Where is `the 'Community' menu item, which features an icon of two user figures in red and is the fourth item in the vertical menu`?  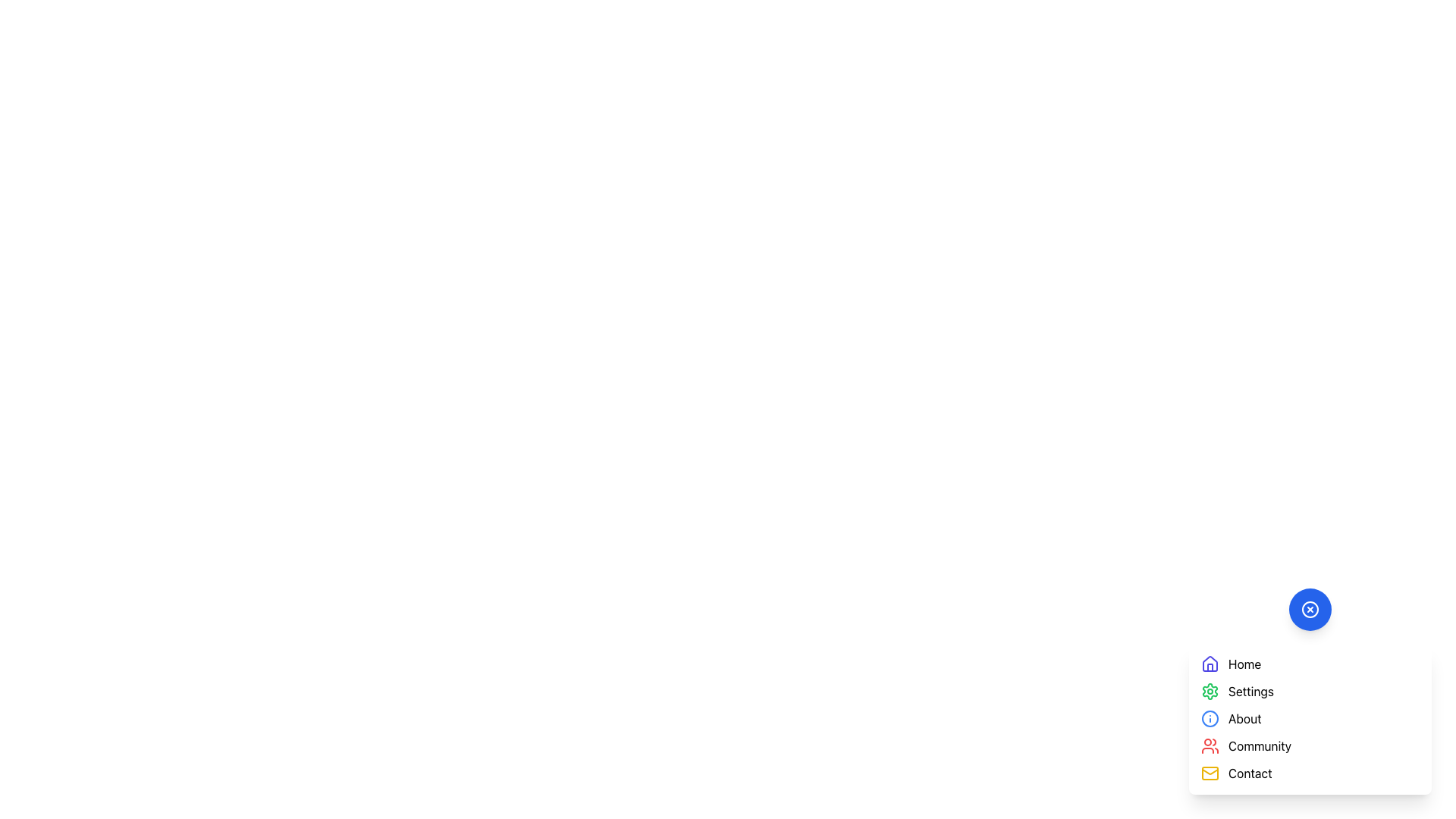
the 'Community' menu item, which features an icon of two user figures in red and is the fourth item in the vertical menu is located at coordinates (1310, 745).